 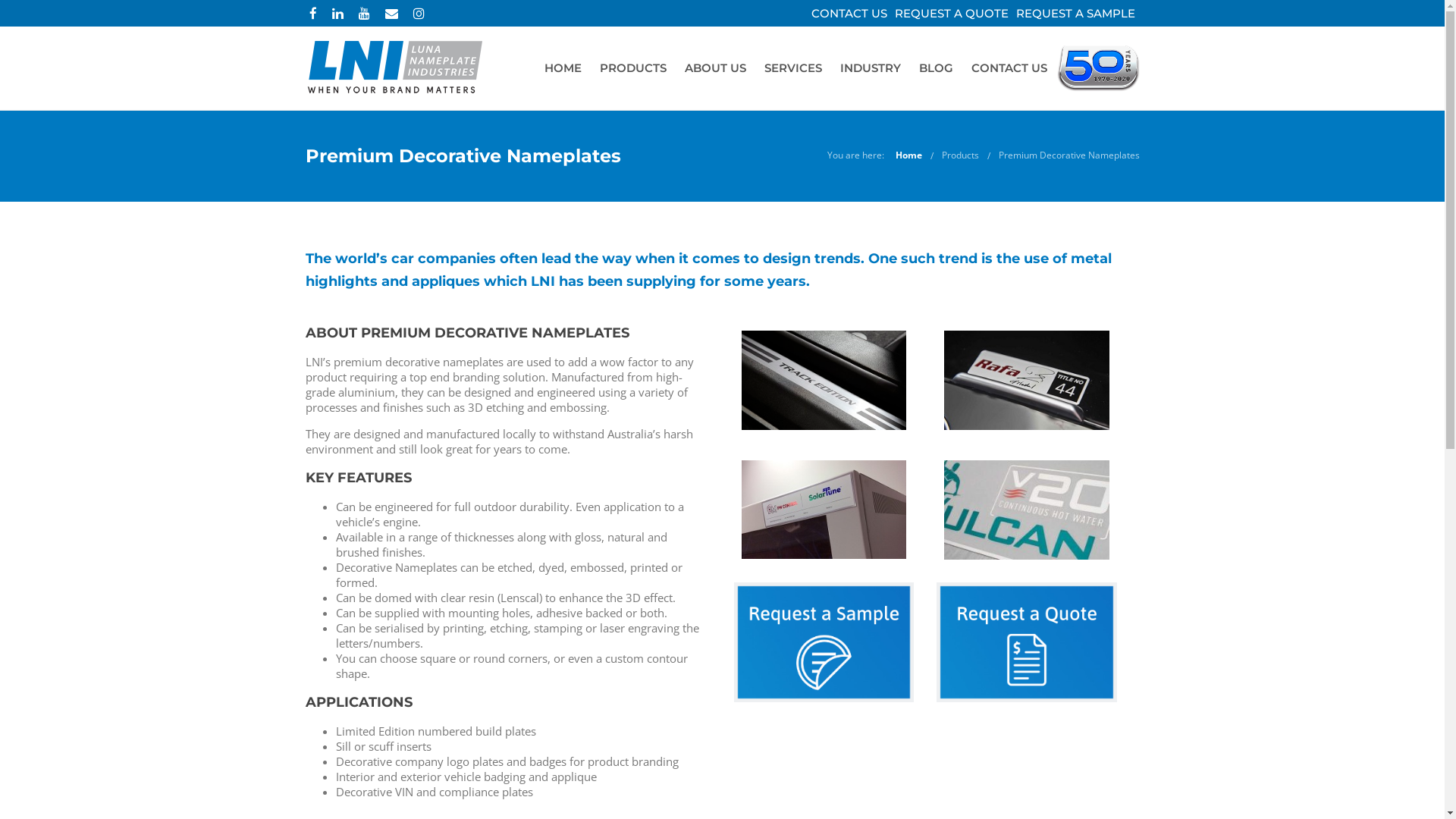 What do you see at coordinates (632, 67) in the screenshot?
I see `'PRODUCTS'` at bounding box center [632, 67].